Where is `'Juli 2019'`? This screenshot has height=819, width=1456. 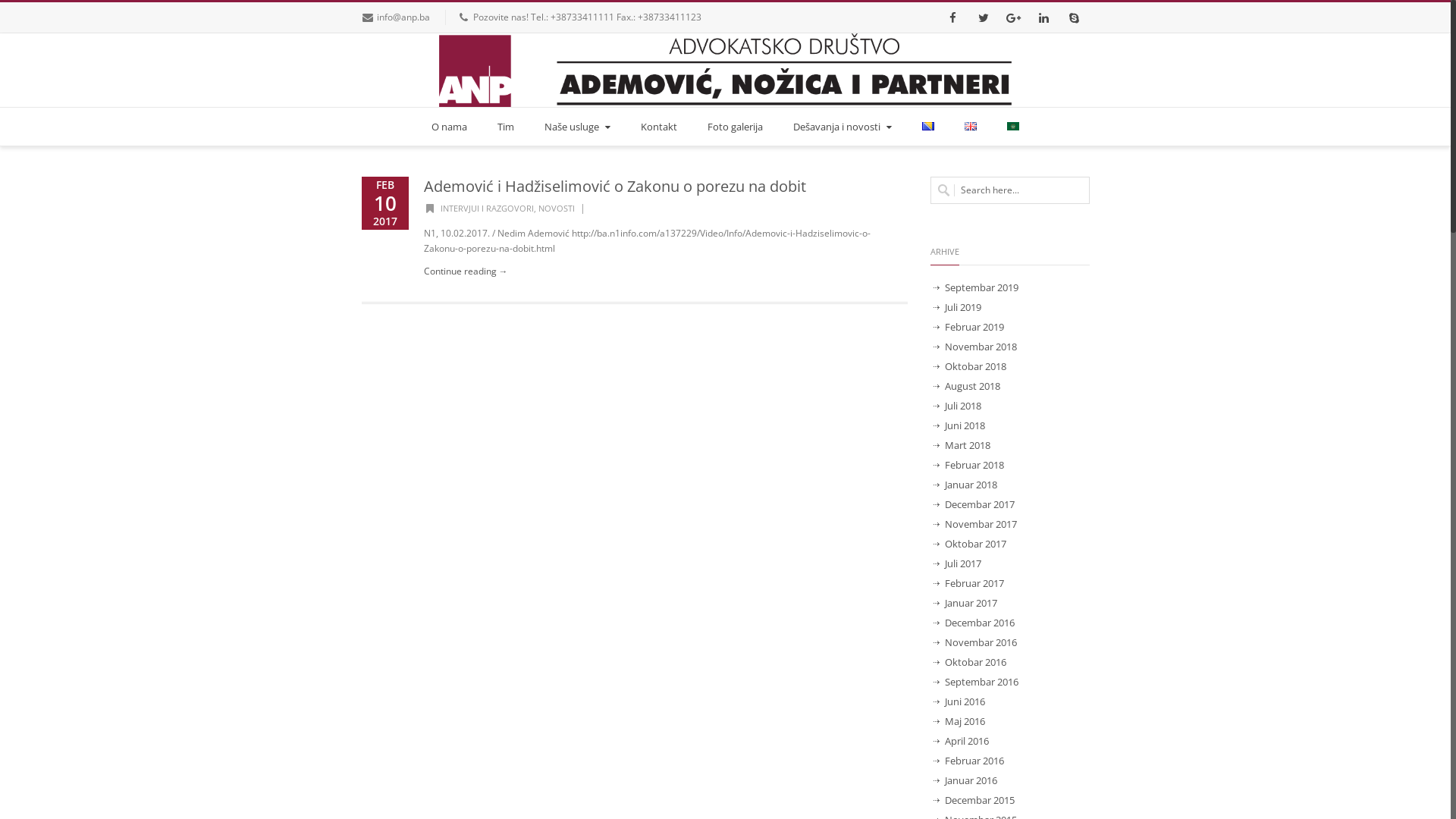 'Juli 2019' is located at coordinates (956, 307).